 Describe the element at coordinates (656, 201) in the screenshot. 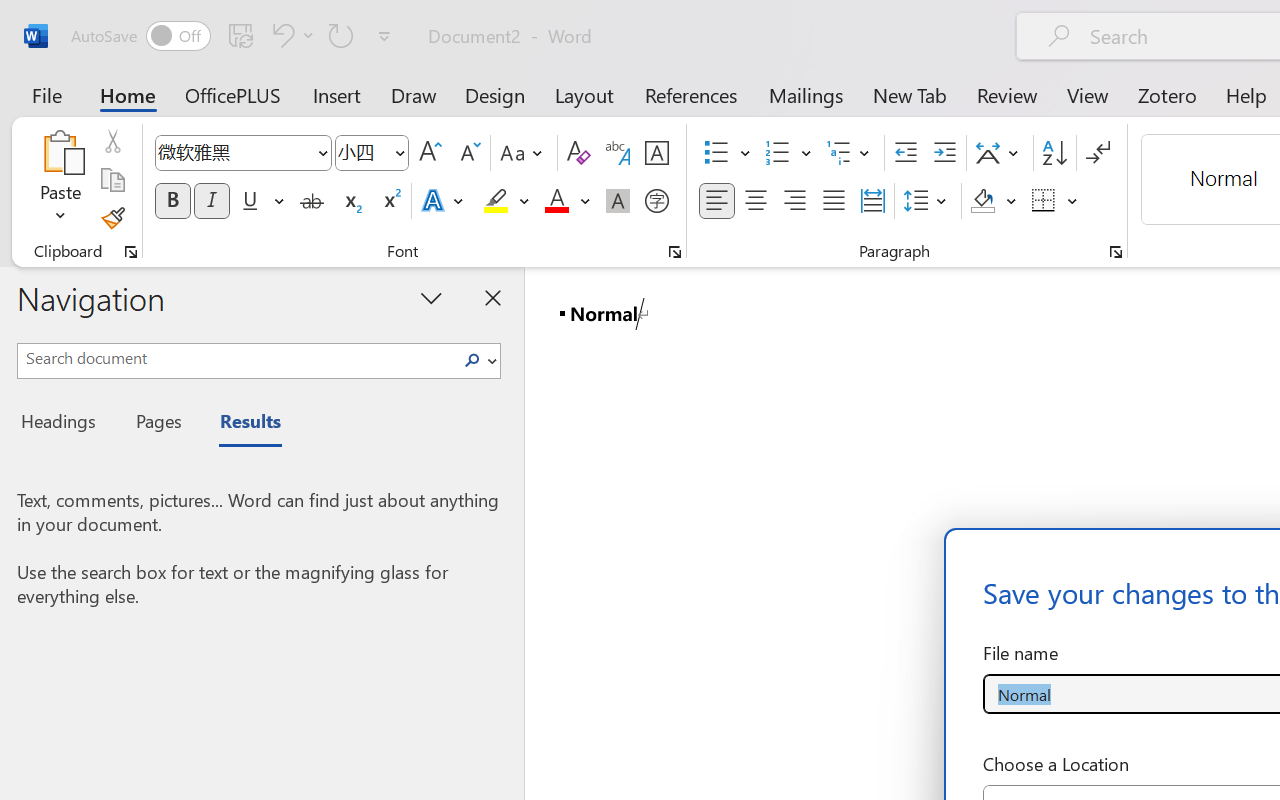

I see `'Enclose Characters...'` at that location.